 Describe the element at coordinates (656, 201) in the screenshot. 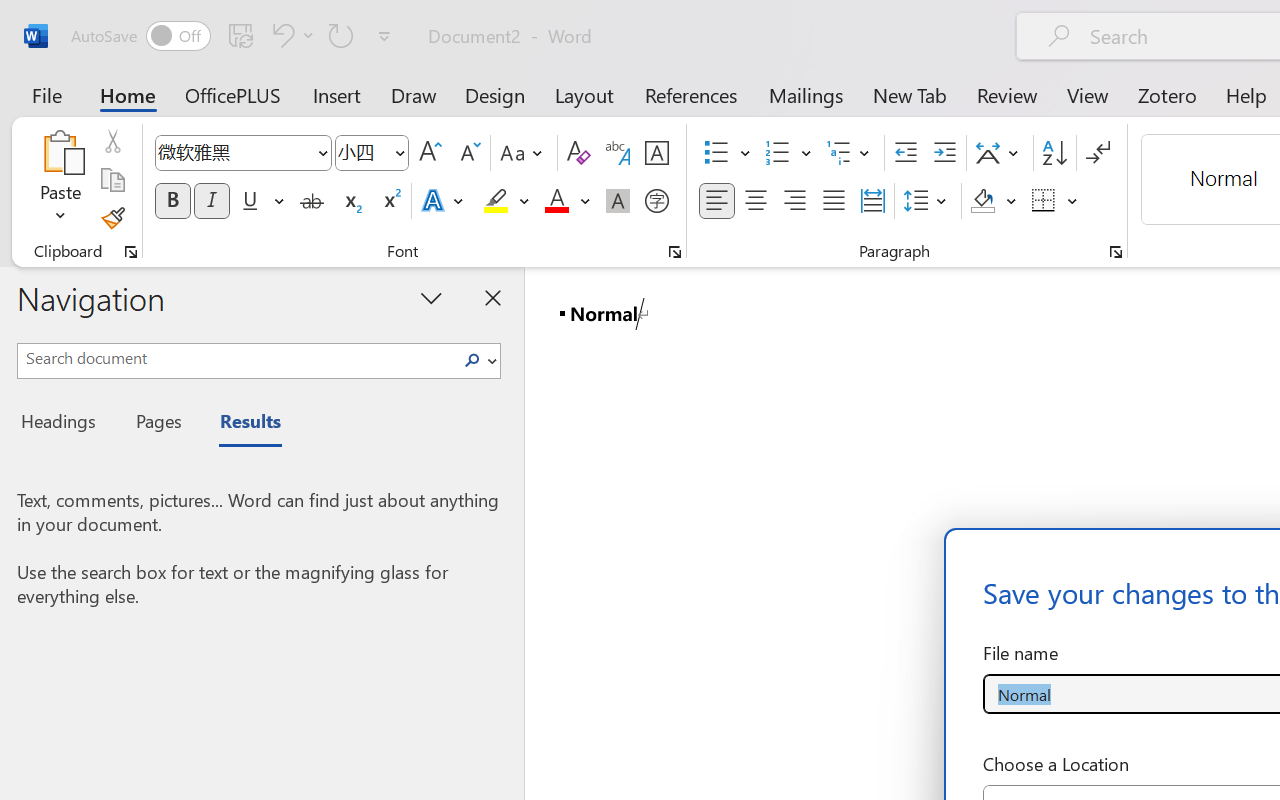

I see `'Enclose Characters...'` at that location.